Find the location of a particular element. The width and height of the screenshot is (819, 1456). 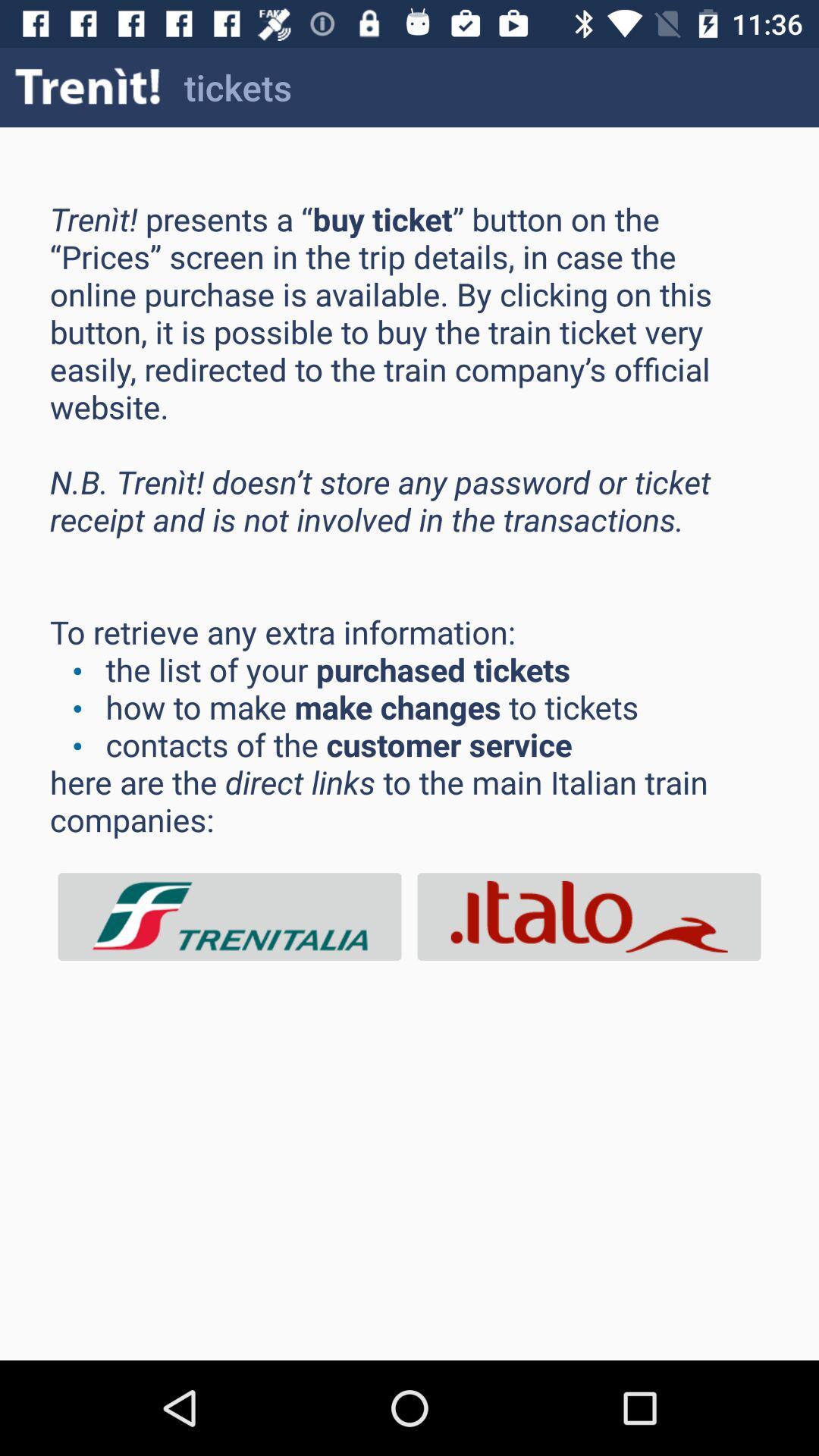

the icon to the left of tickets item is located at coordinates (88, 86).